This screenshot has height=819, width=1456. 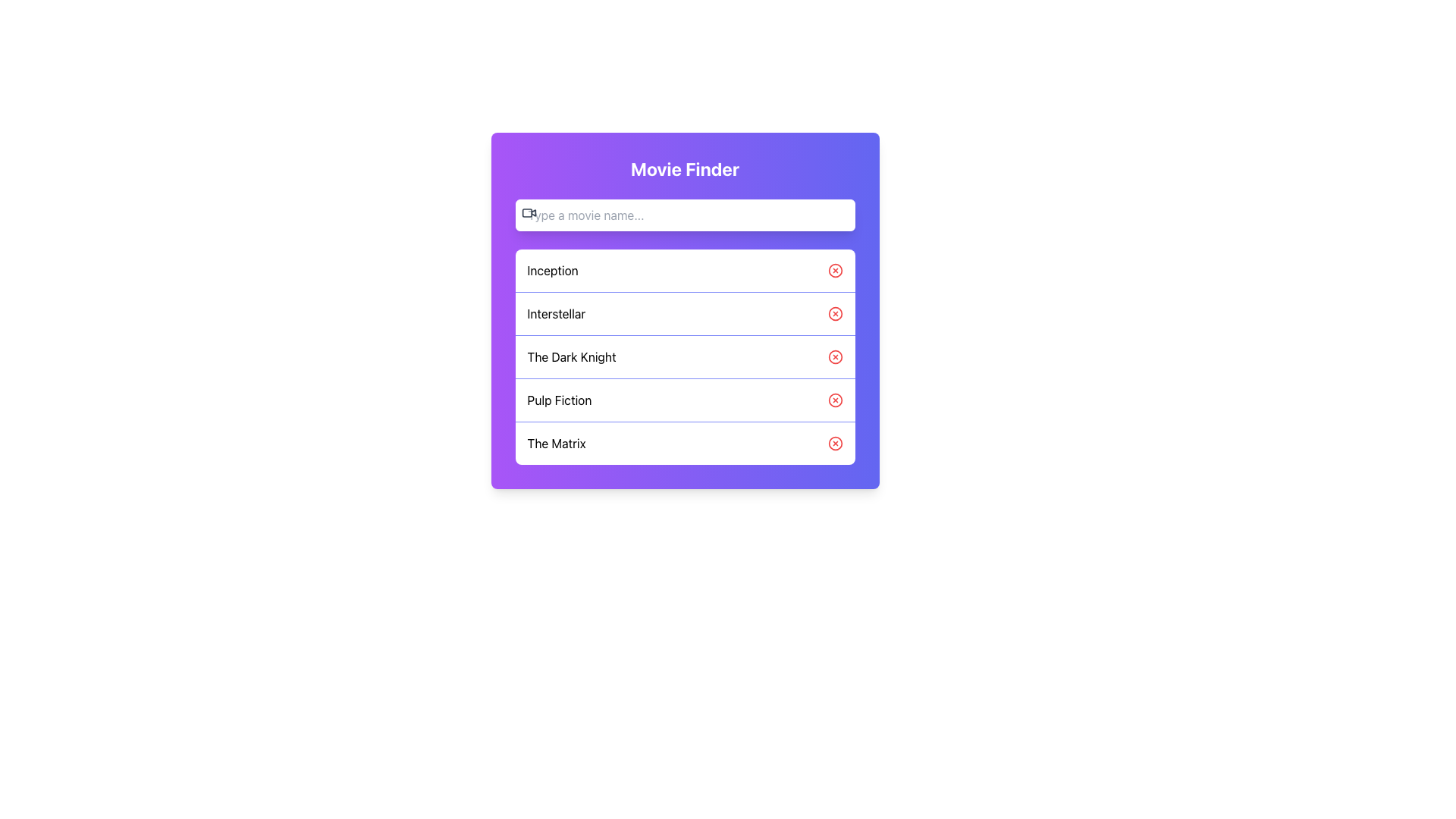 What do you see at coordinates (684, 443) in the screenshot?
I see `the fifth list item element displaying 'The Matrix' to trigger style changes` at bounding box center [684, 443].